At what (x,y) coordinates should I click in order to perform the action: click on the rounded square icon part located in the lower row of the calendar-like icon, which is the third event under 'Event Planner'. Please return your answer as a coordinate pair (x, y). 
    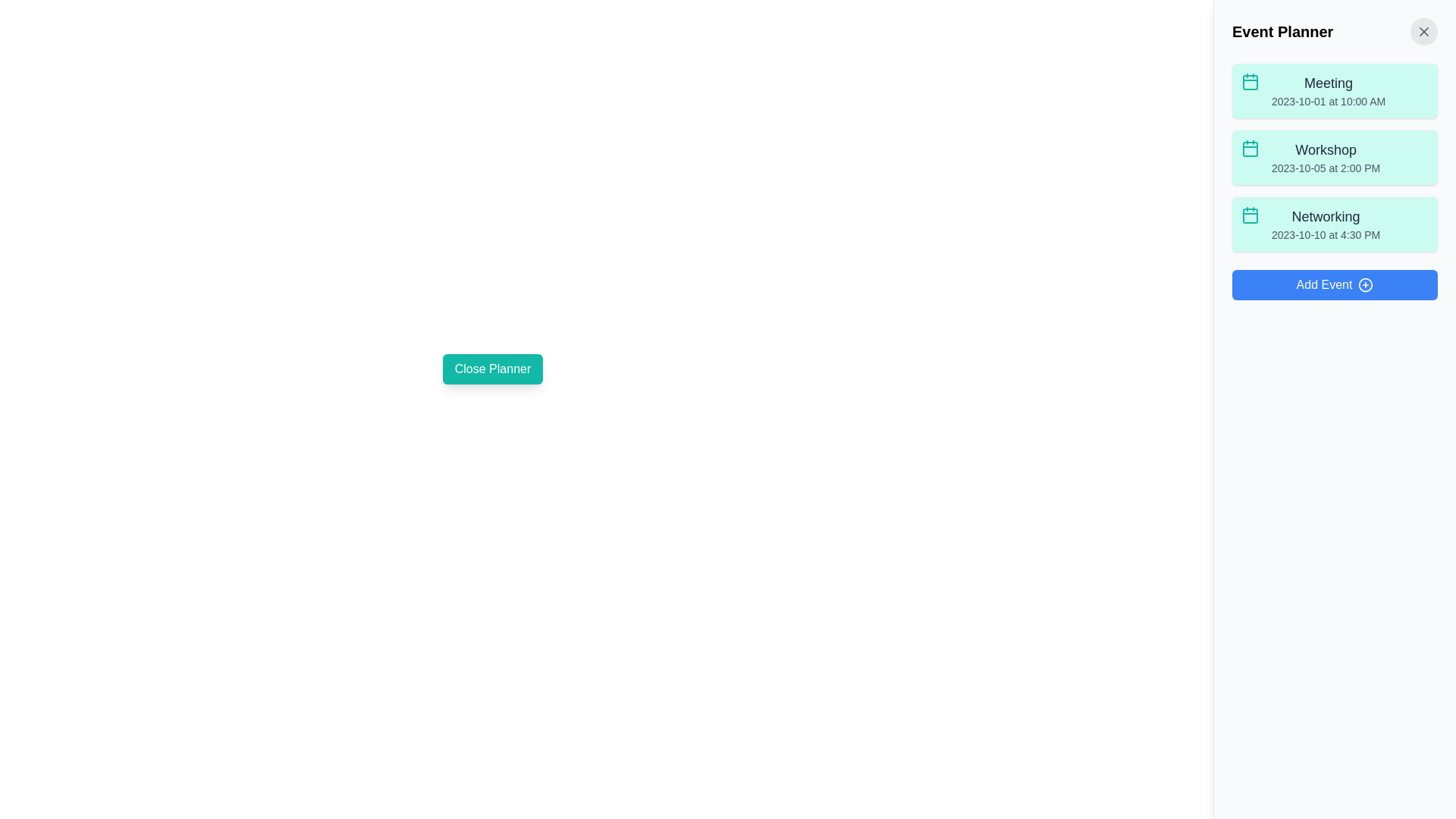
    Looking at the image, I should click on (1250, 216).